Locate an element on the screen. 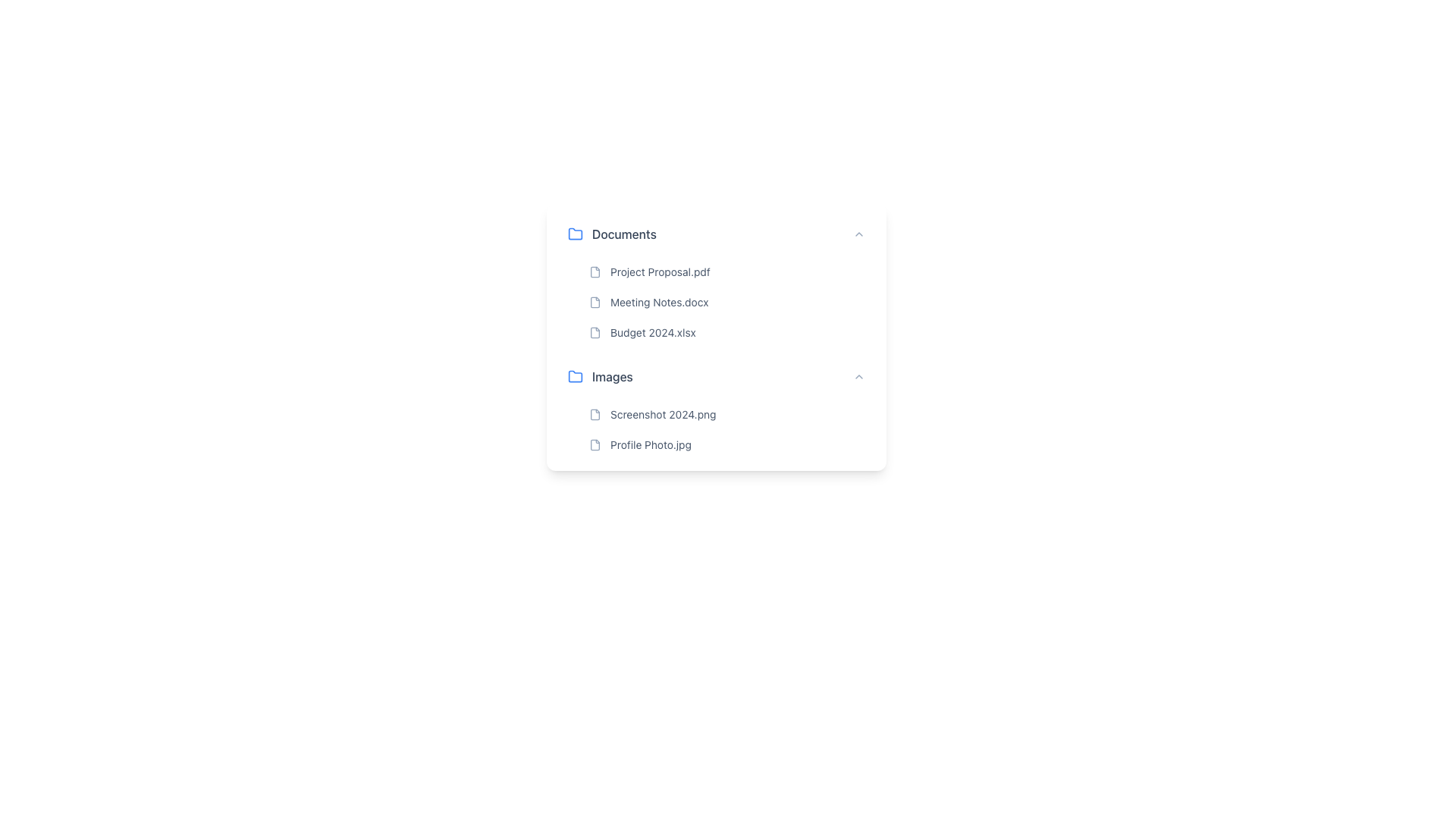  on the third file entry labeled 'Budget 2024.xlsx' in the Documents section is located at coordinates (728, 332).